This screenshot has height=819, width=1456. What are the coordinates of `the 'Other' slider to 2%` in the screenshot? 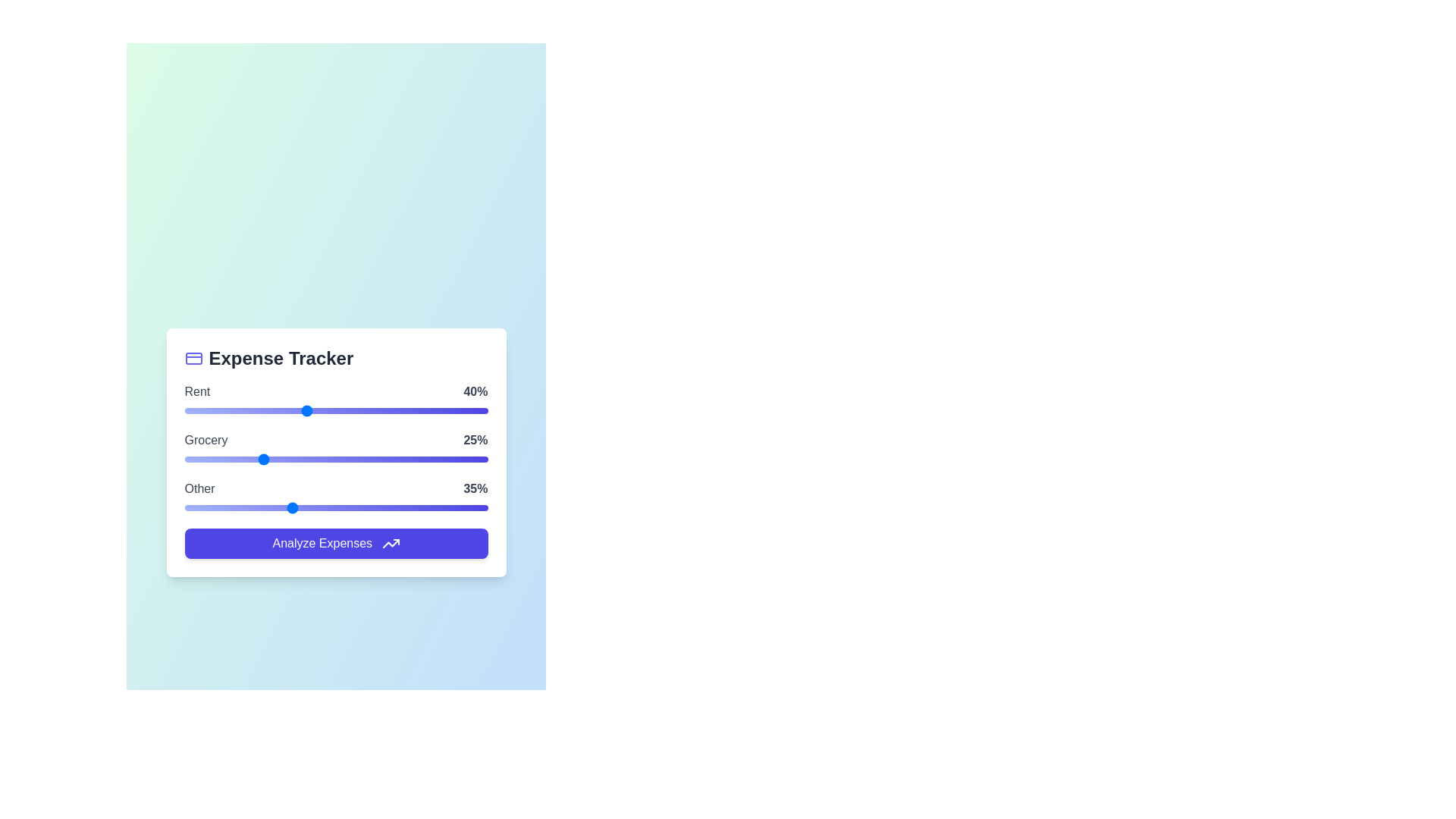 It's located at (190, 507).